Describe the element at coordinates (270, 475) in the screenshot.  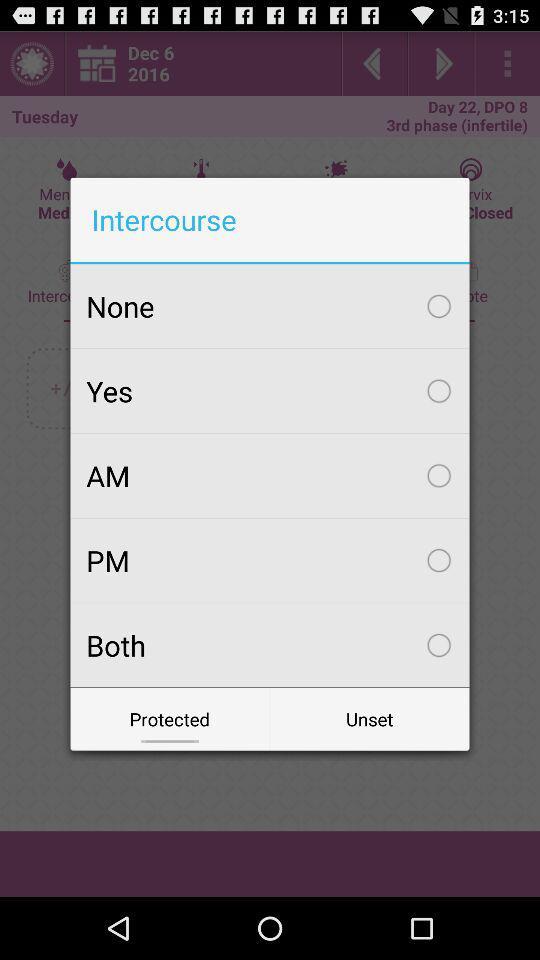
I see `icon below the yes checkbox` at that location.